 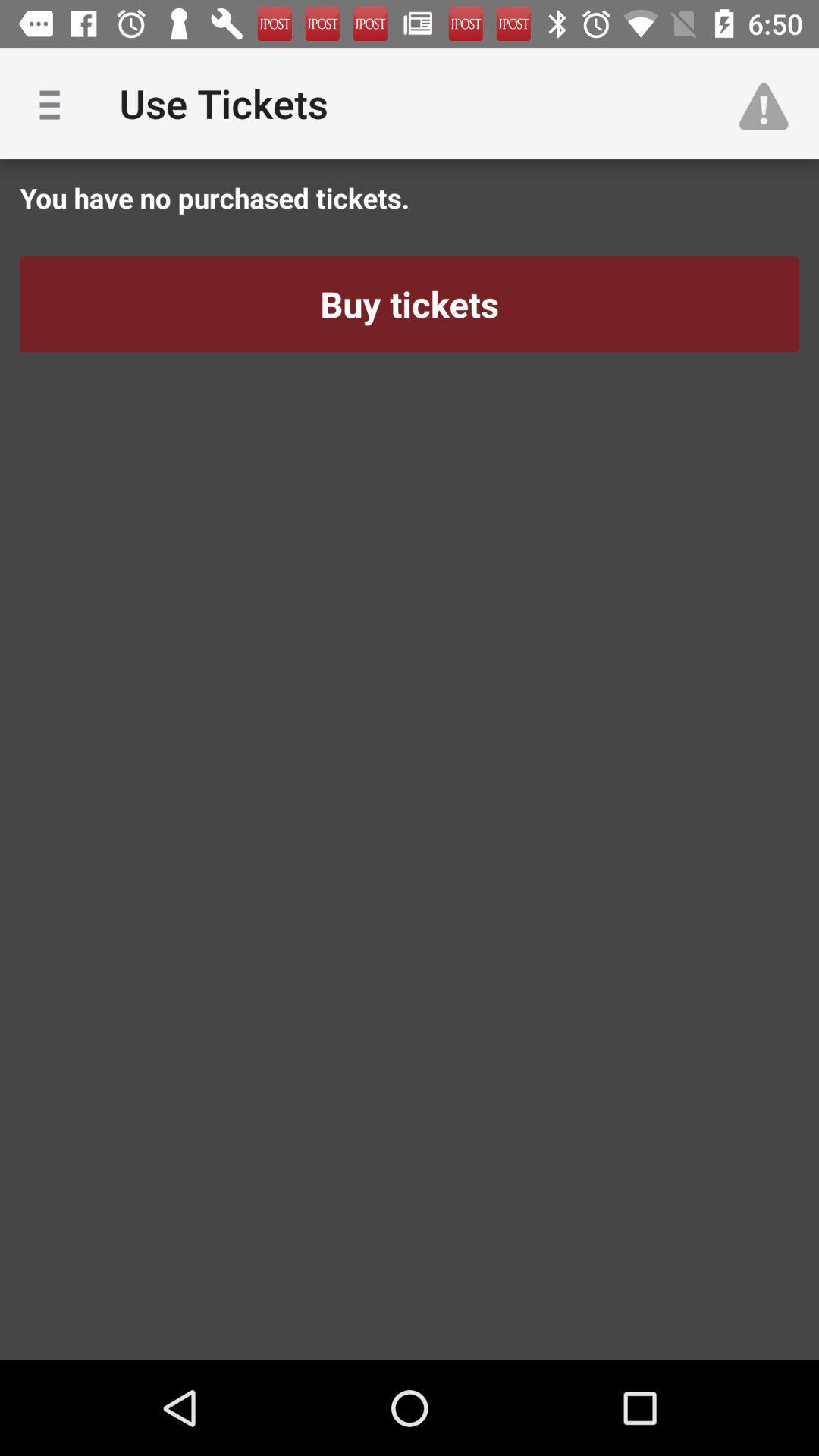 What do you see at coordinates (771, 102) in the screenshot?
I see `the item at the top right corner` at bounding box center [771, 102].